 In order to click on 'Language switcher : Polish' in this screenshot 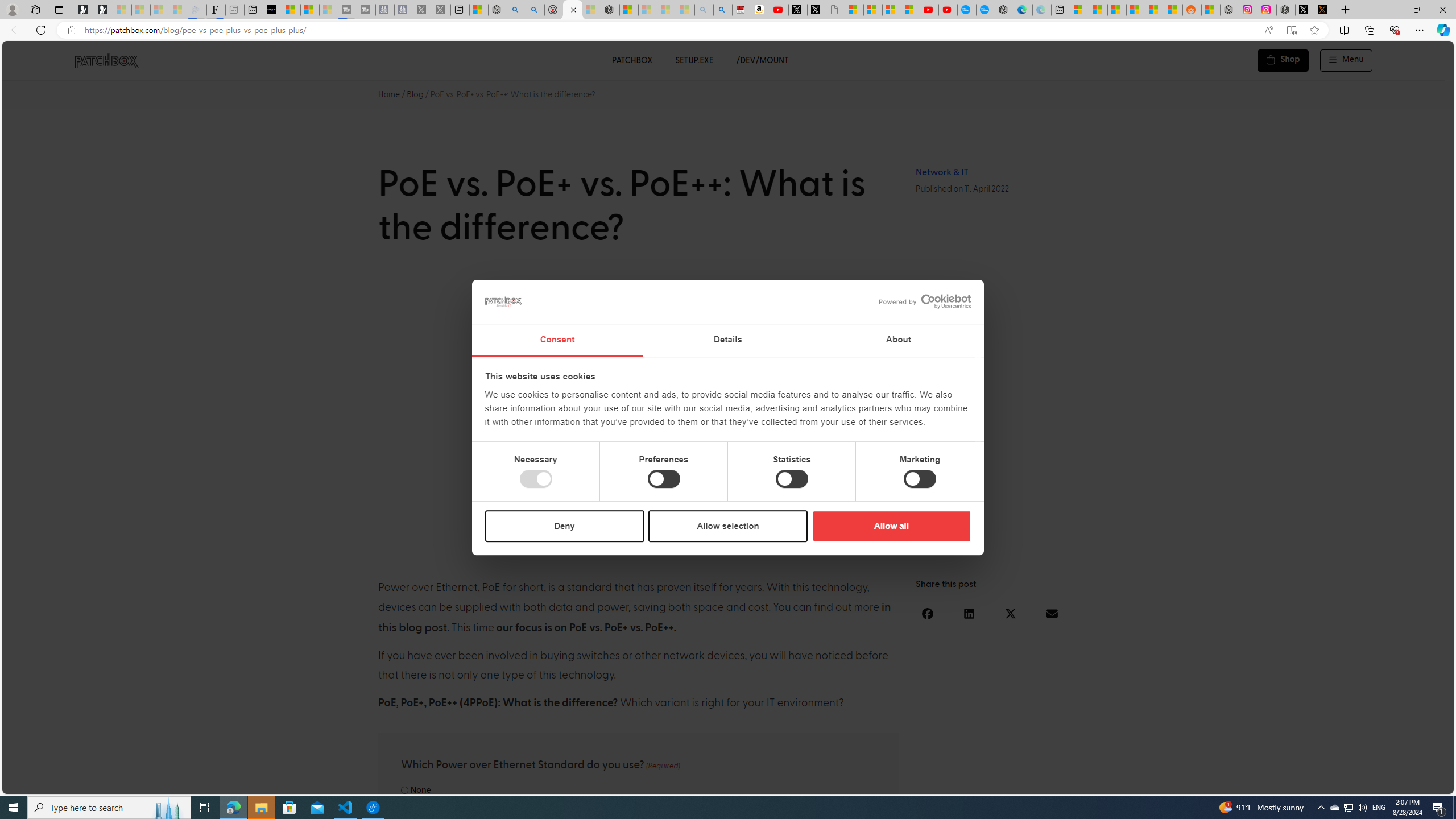, I will do `click(1300, 783)`.